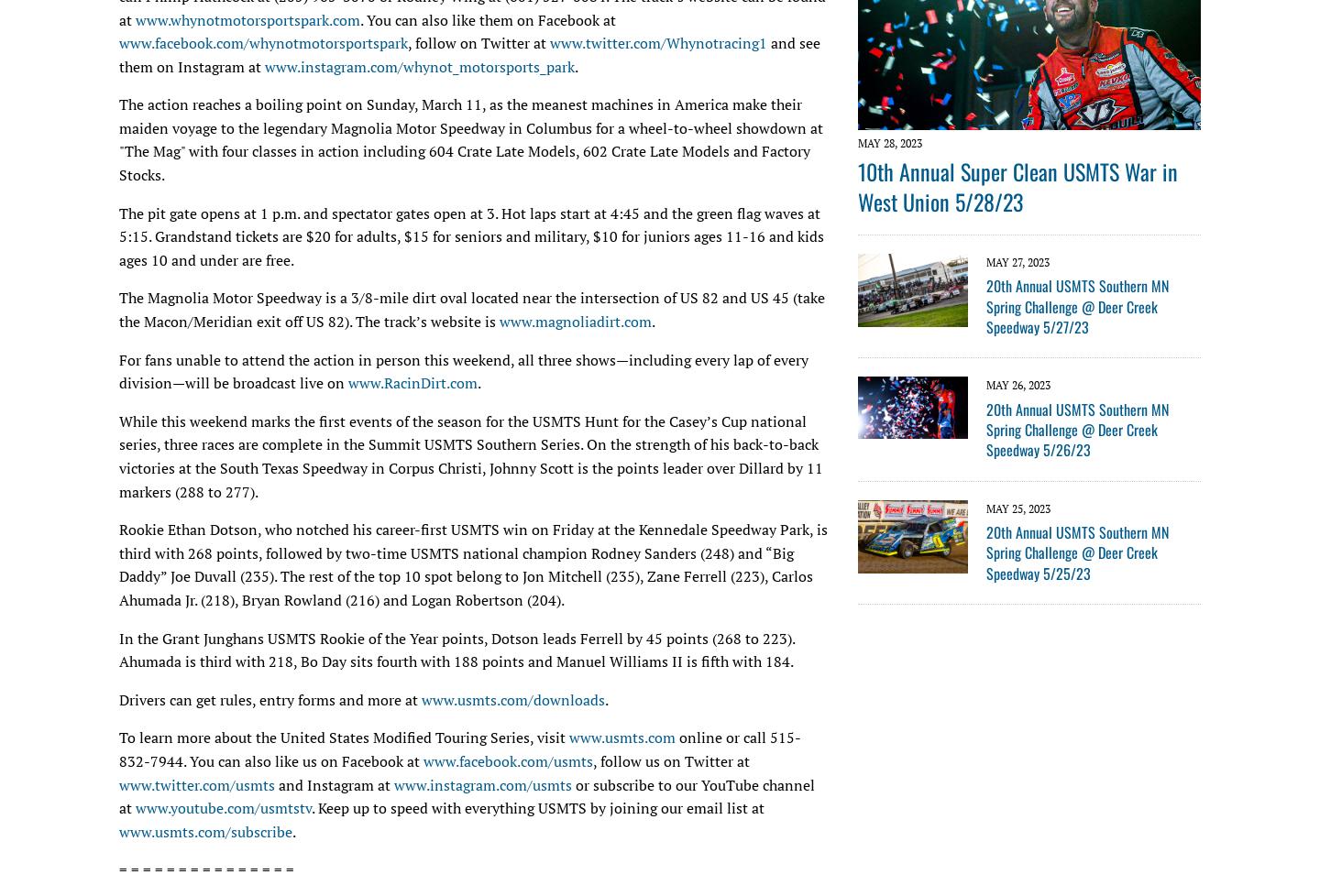 The width and height of the screenshot is (1320, 896). Describe the element at coordinates (487, 19) in the screenshot. I see `'. You can also like them on Facebook at'` at that location.